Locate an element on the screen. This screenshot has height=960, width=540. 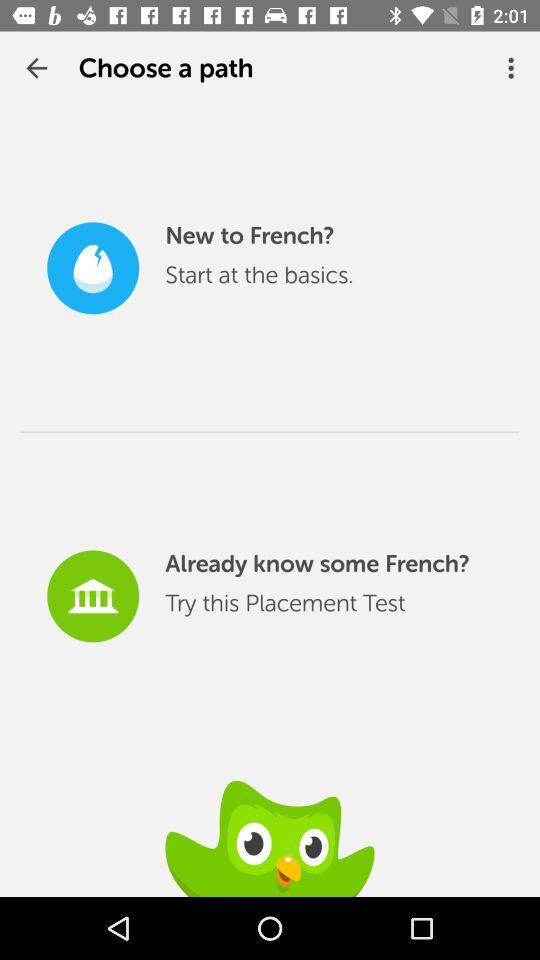
the app to the left of choose a path item is located at coordinates (36, 68).